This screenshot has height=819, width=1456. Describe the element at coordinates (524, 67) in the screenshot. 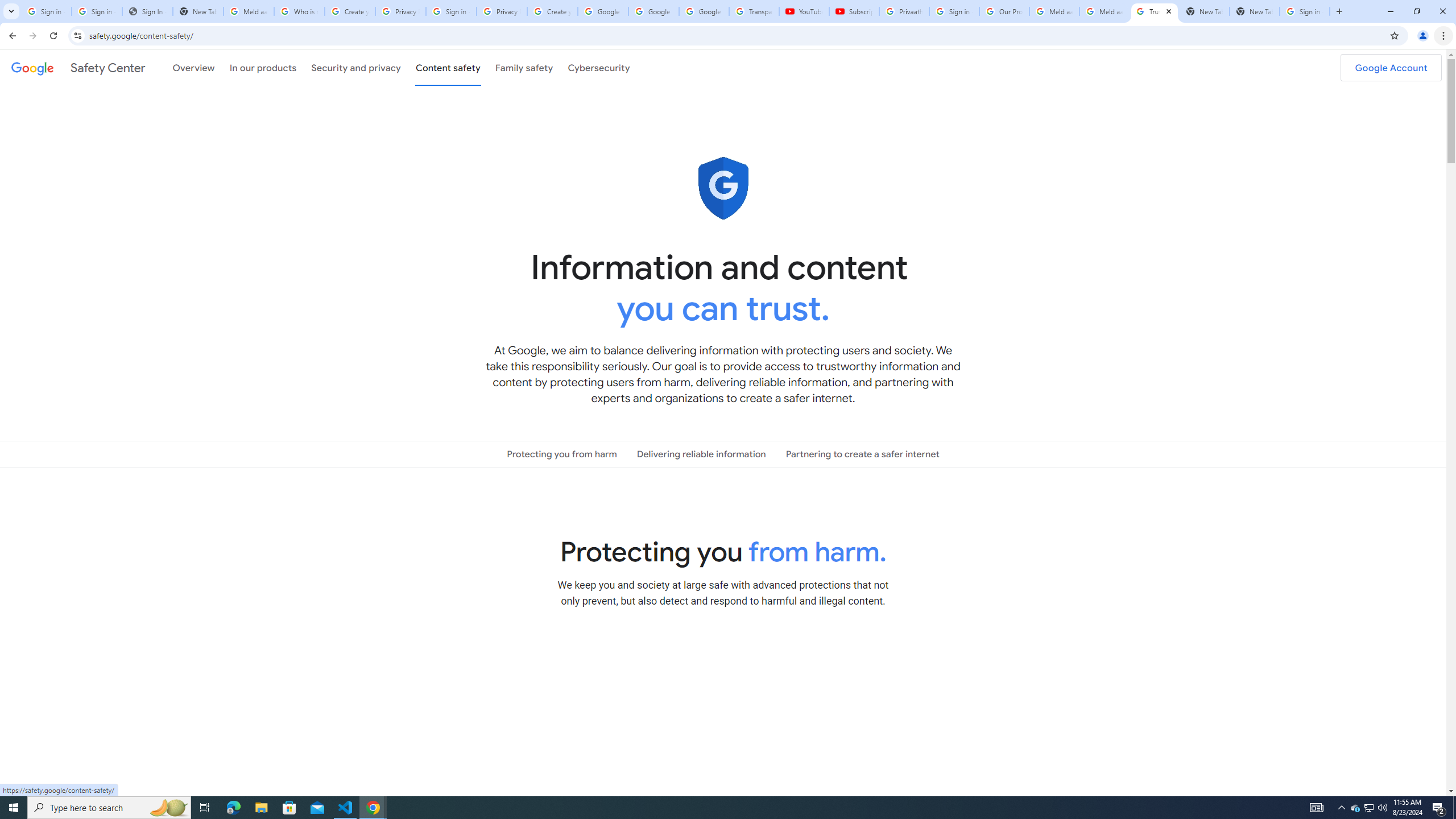

I see `'Family safety'` at that location.